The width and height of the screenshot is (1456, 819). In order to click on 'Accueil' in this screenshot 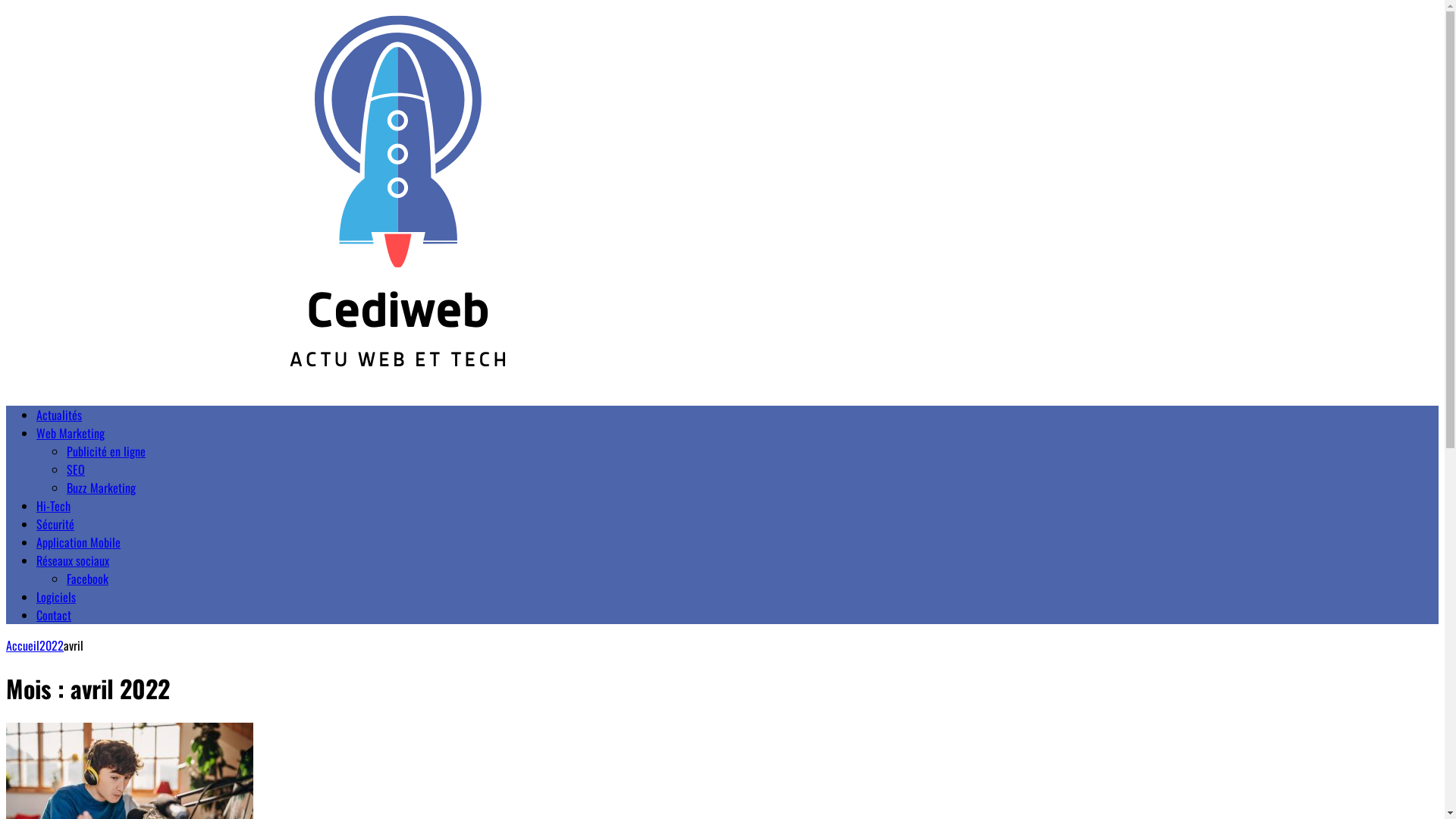, I will do `click(6, 645)`.